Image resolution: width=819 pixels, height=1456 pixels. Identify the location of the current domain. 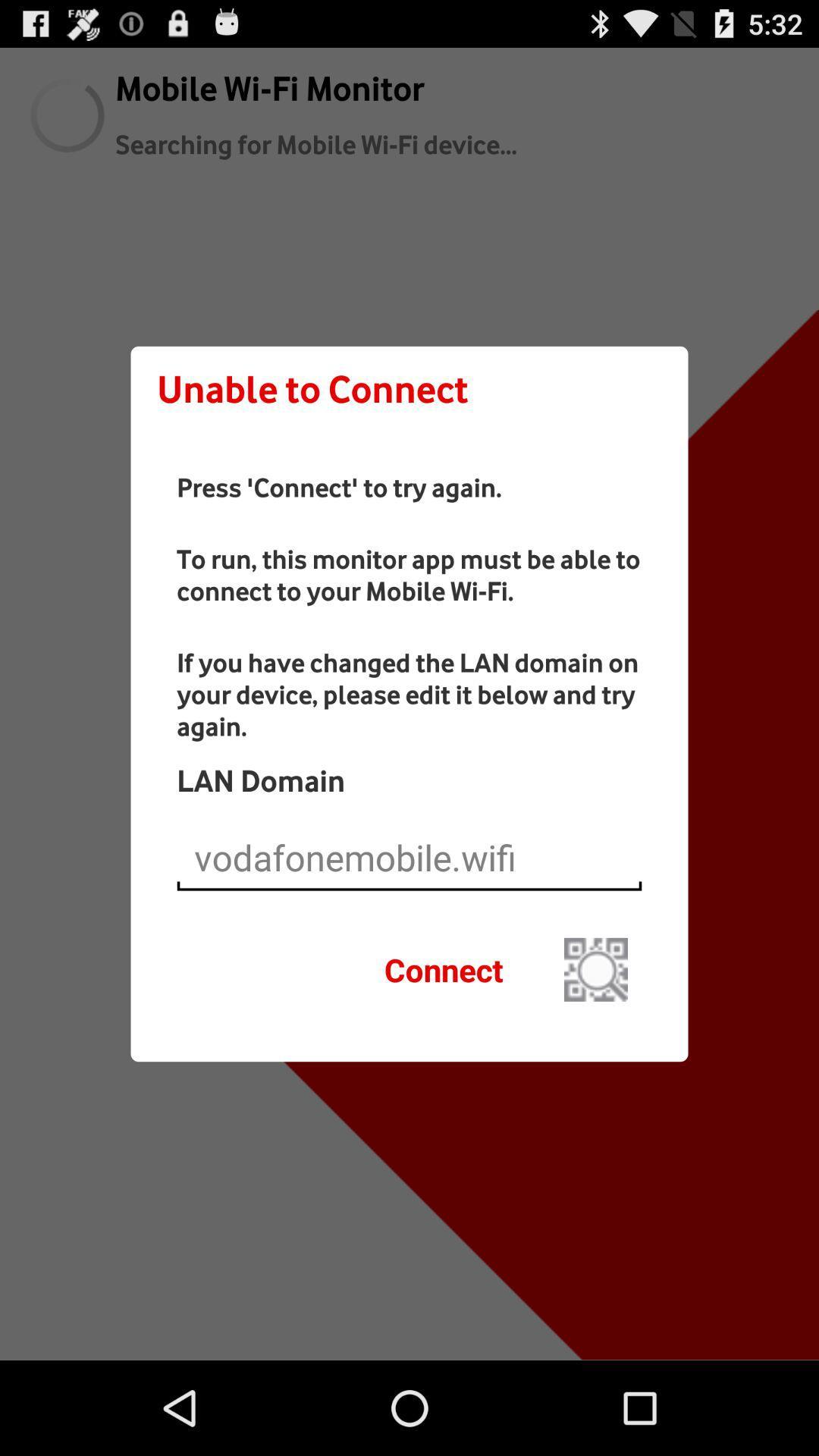
(409, 858).